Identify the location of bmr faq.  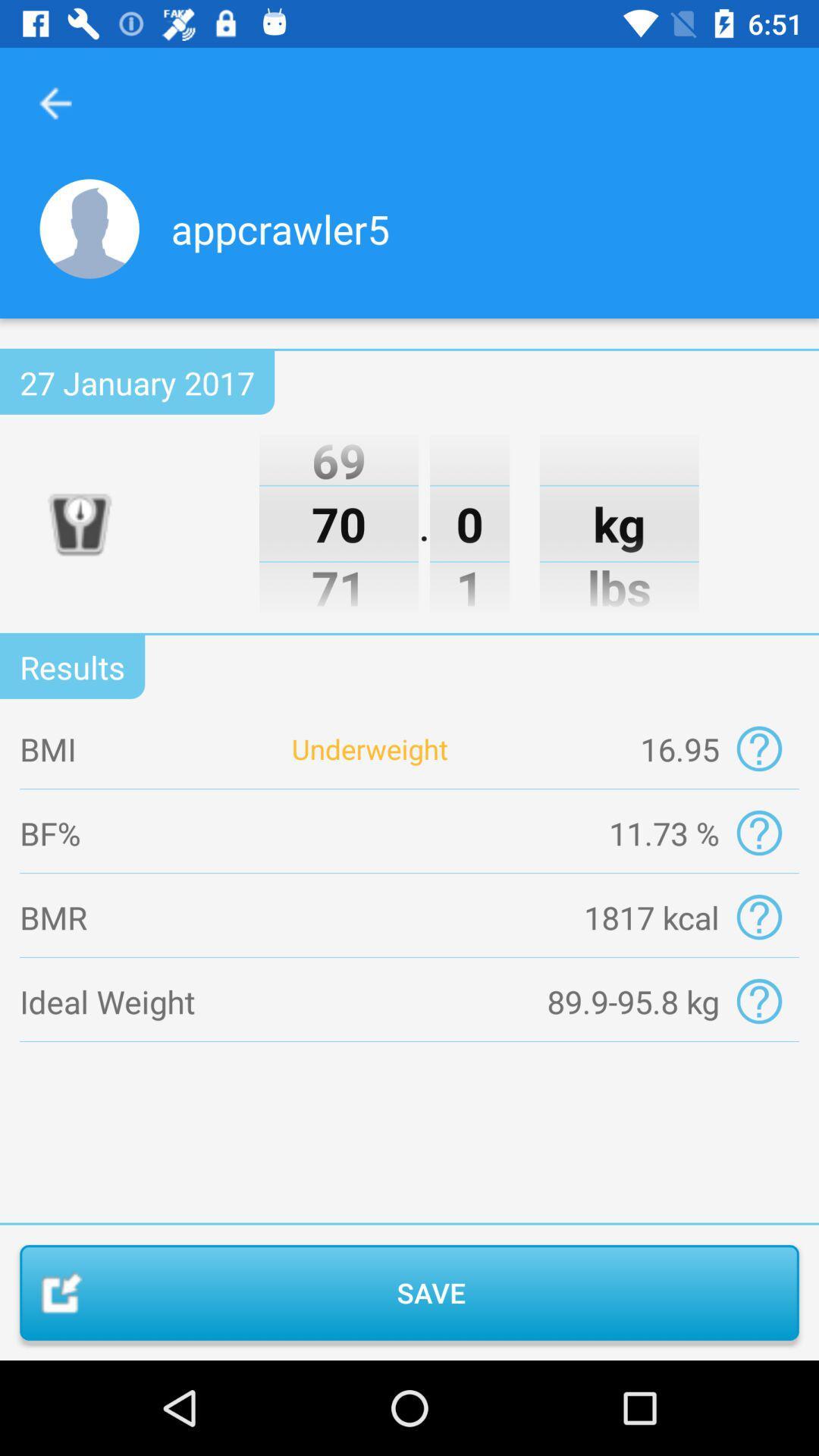
(759, 916).